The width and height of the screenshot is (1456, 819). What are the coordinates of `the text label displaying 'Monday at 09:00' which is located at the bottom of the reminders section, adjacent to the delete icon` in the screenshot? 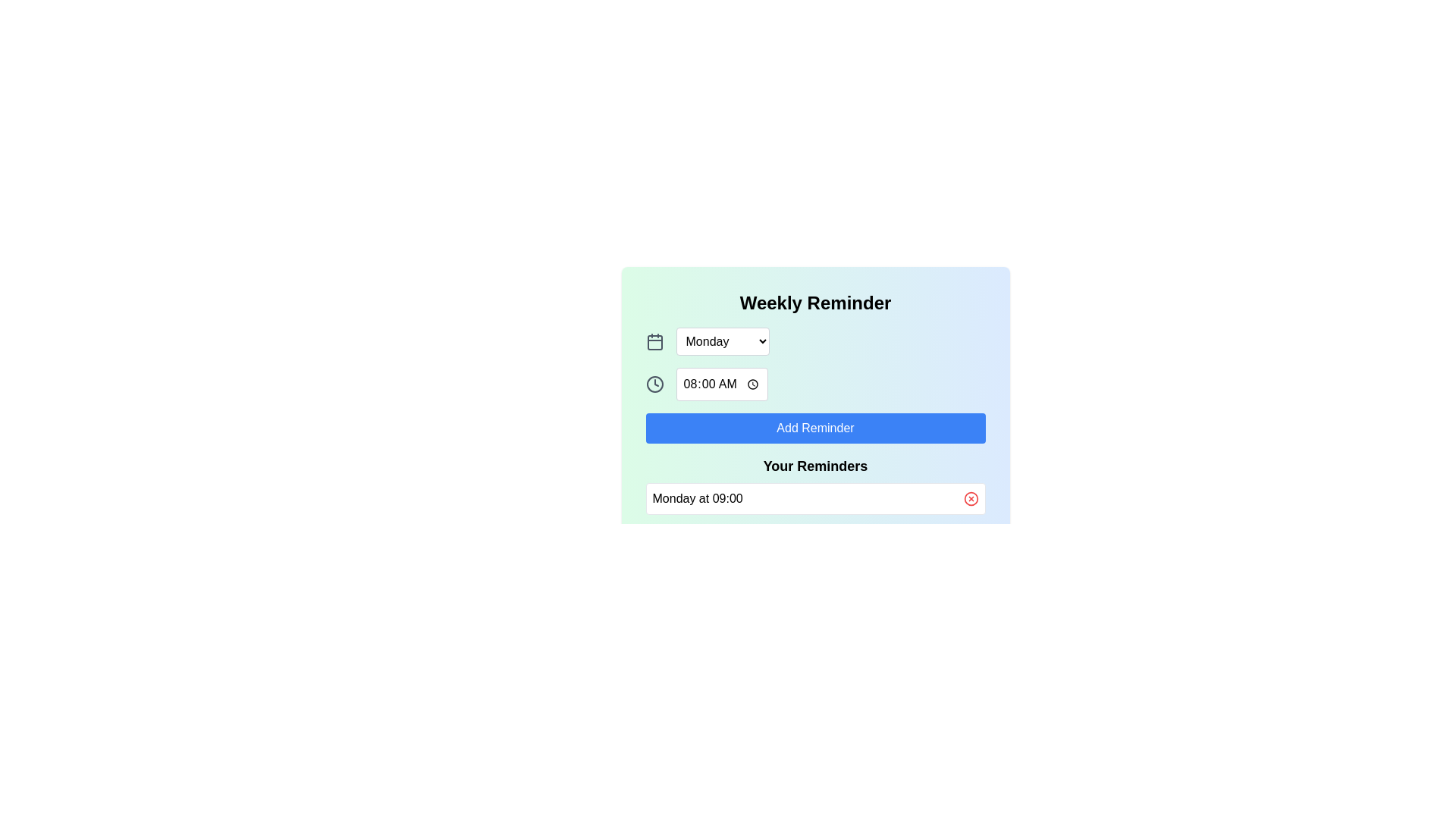 It's located at (697, 499).